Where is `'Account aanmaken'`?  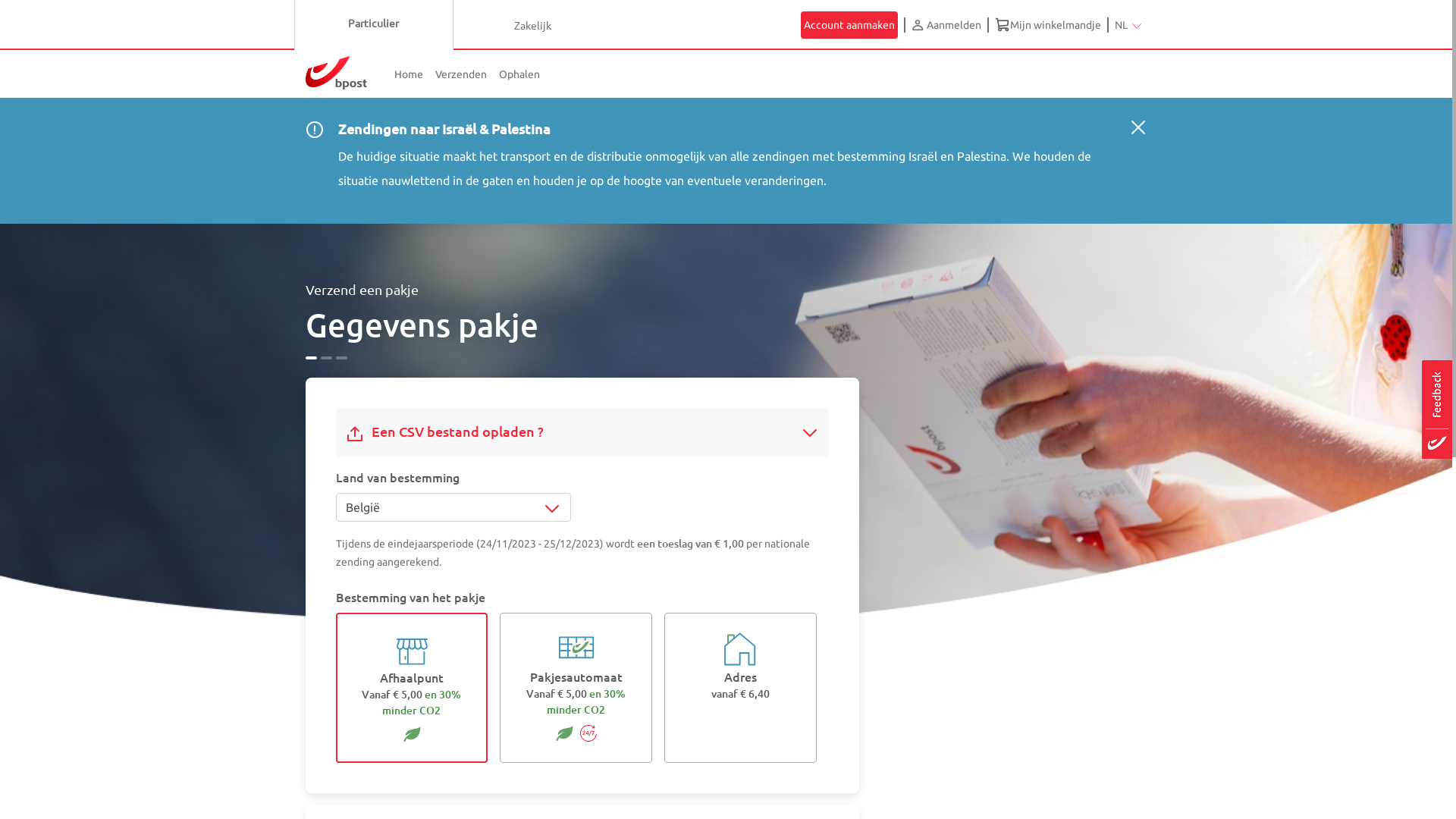 'Account aanmaken' is located at coordinates (848, 25).